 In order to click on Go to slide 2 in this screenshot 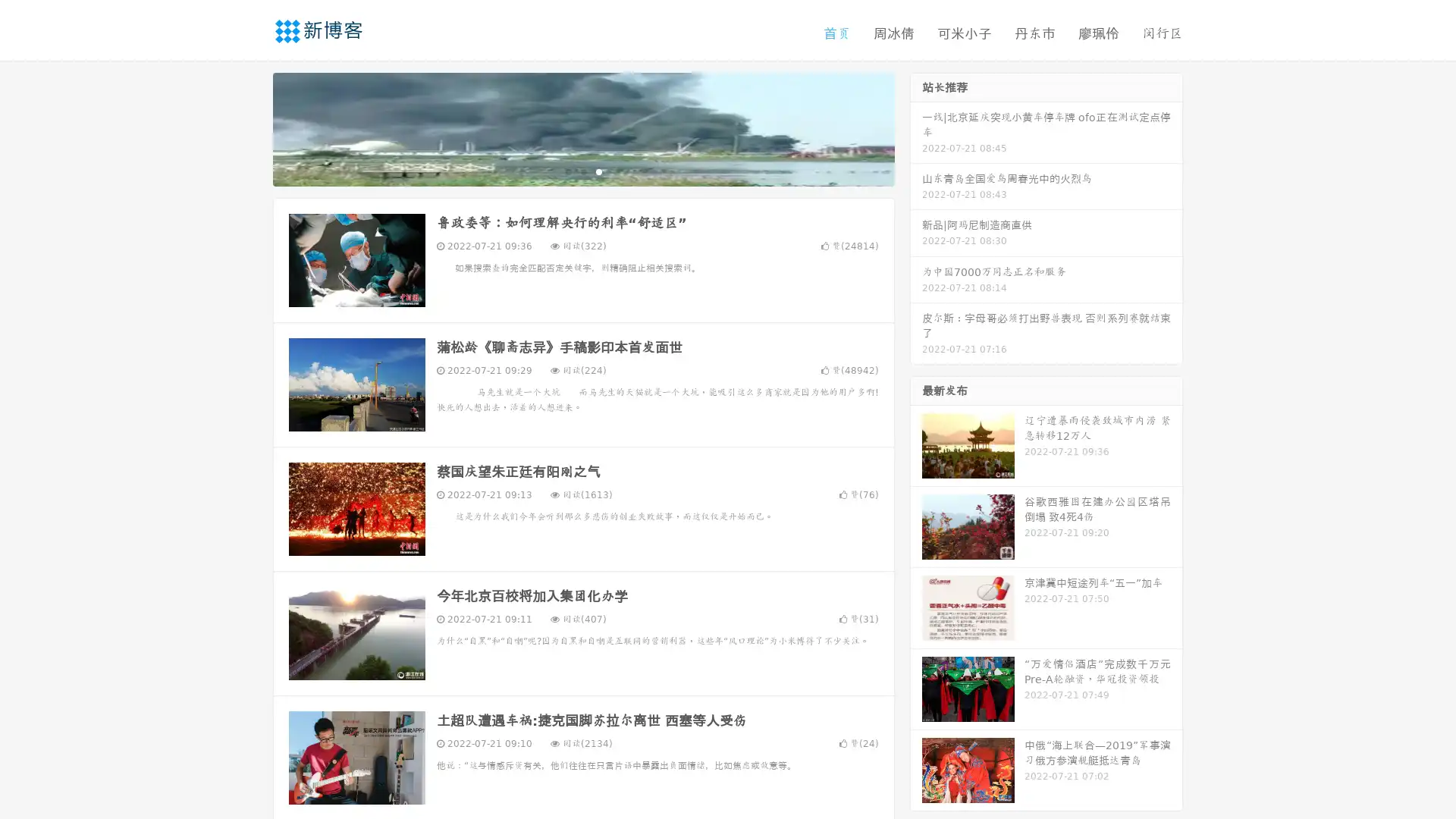, I will do `click(582, 171)`.